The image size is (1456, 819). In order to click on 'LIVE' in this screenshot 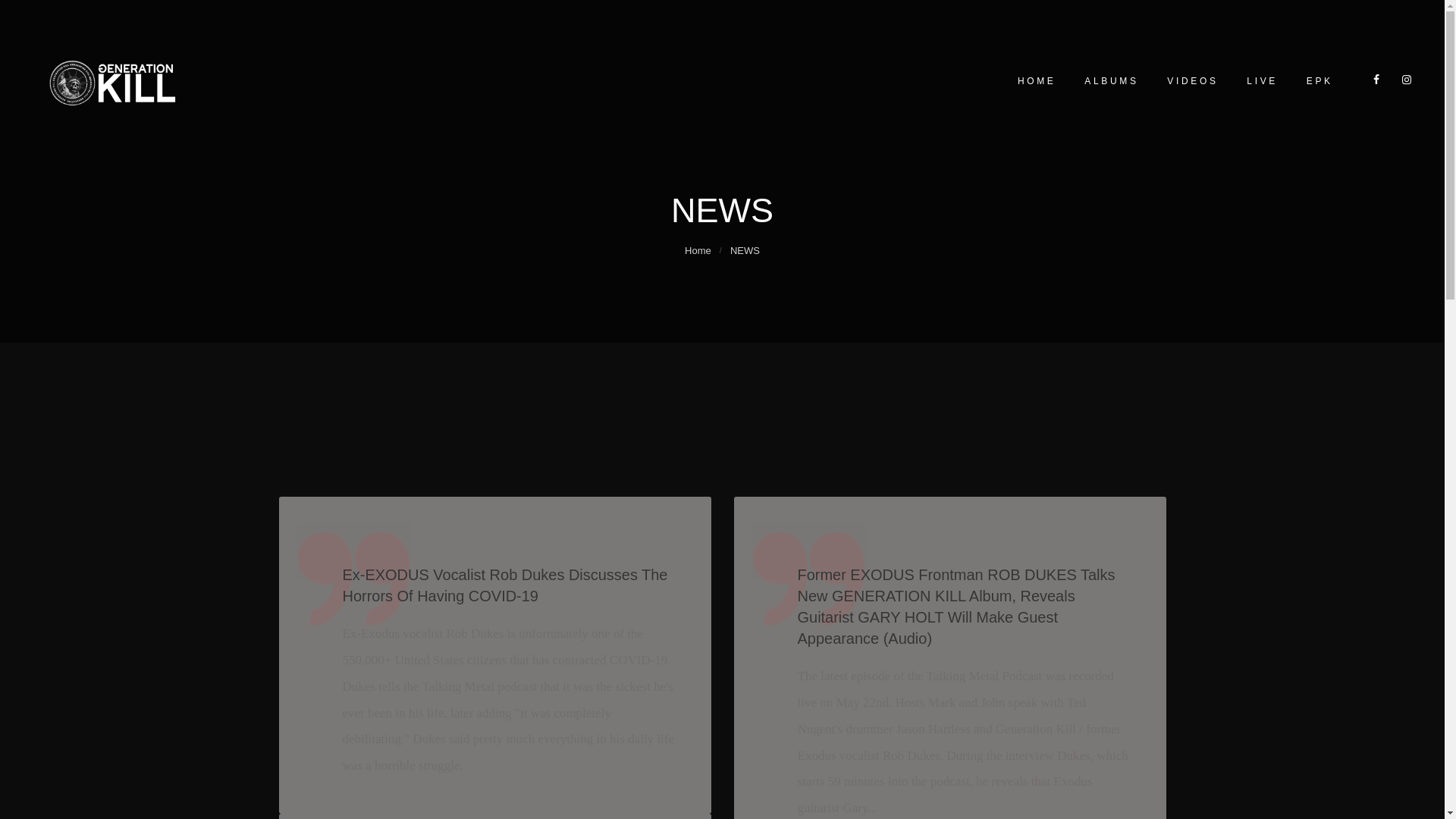, I will do `click(1260, 80)`.